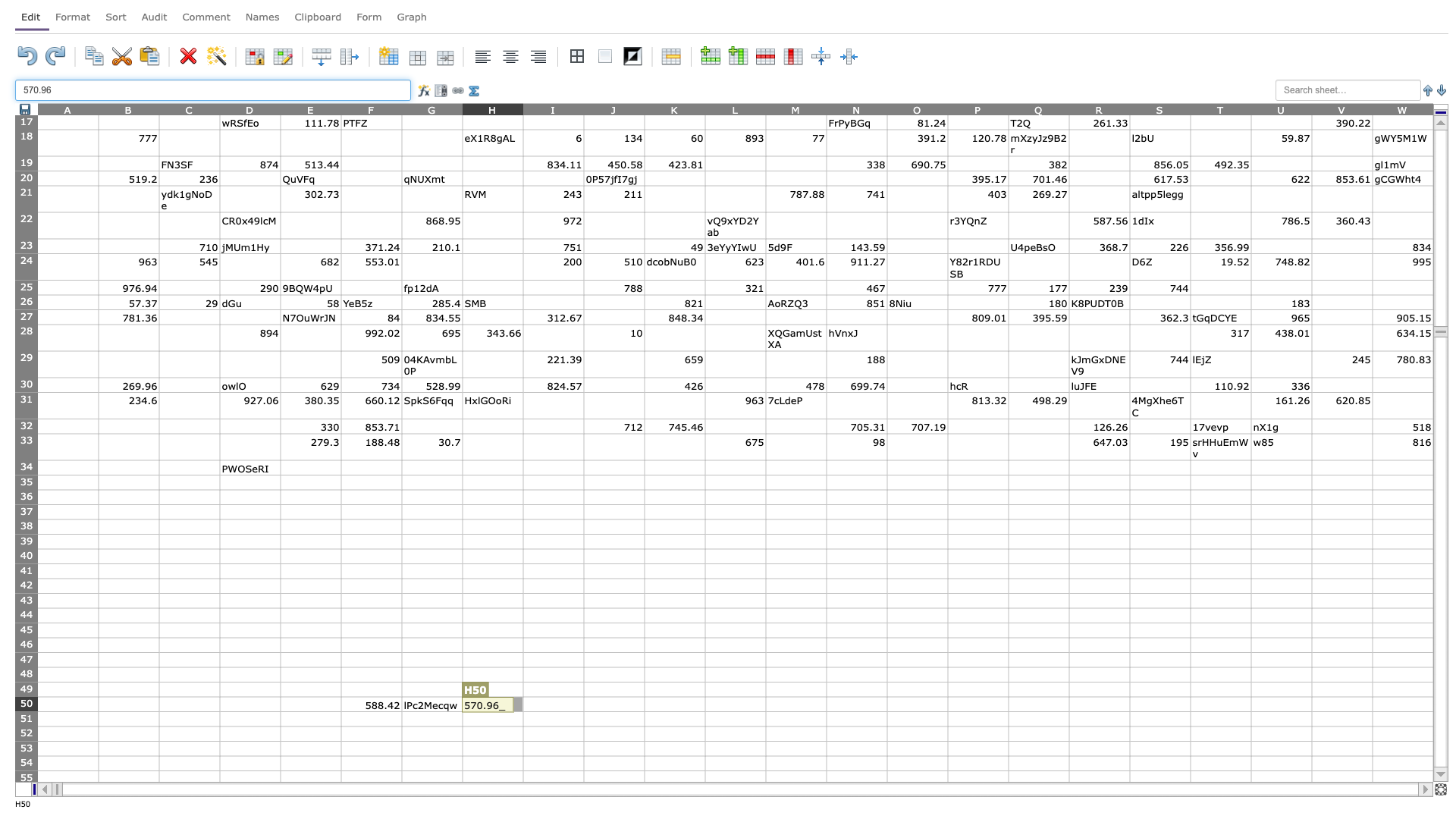  What do you see at coordinates (582, 696) in the screenshot?
I see `Top left corner of cell J-50` at bounding box center [582, 696].